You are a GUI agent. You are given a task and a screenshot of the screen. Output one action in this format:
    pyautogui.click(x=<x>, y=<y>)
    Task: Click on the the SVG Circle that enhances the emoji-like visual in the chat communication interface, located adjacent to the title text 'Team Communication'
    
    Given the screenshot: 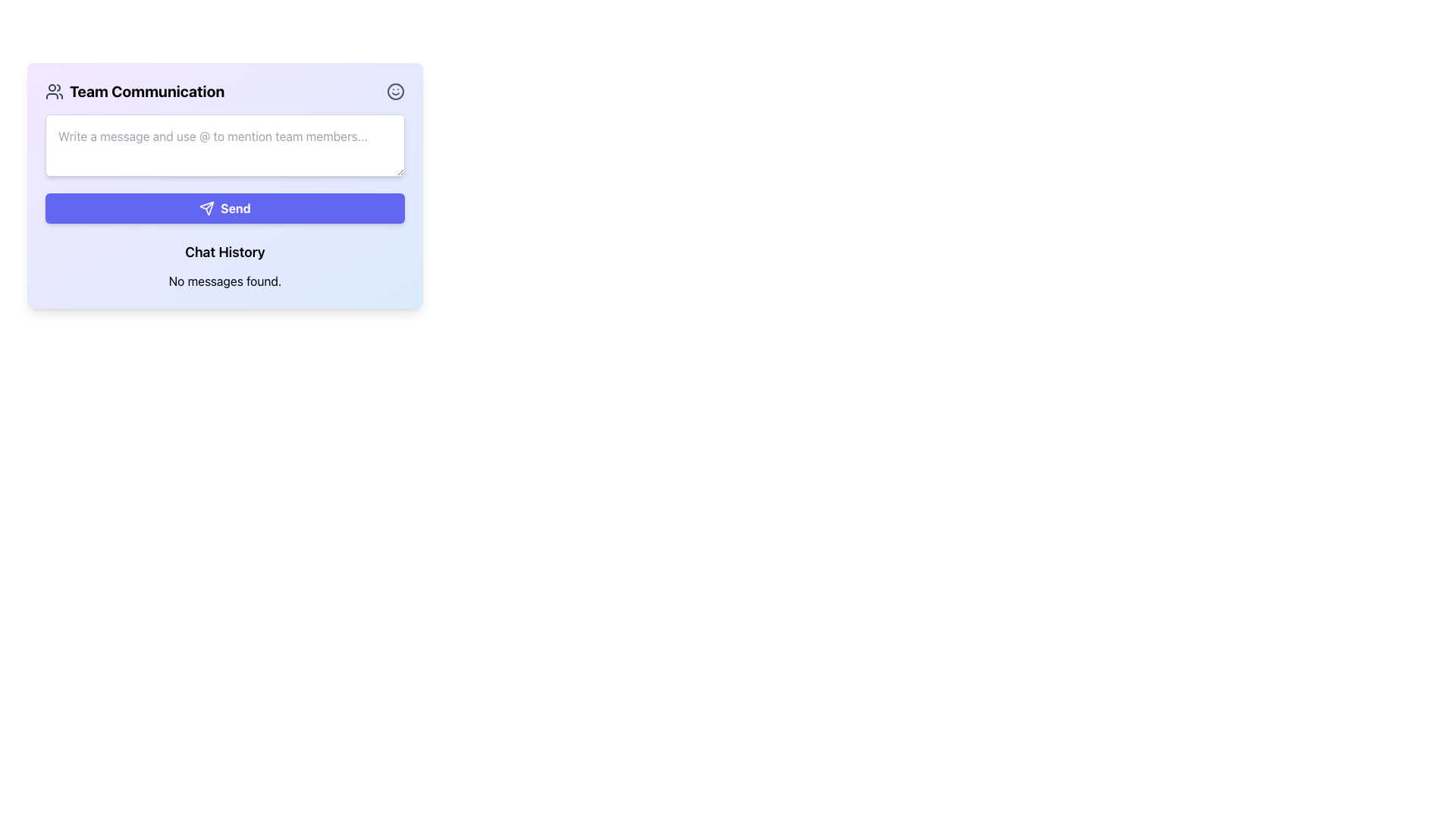 What is the action you would take?
    pyautogui.click(x=396, y=91)
    